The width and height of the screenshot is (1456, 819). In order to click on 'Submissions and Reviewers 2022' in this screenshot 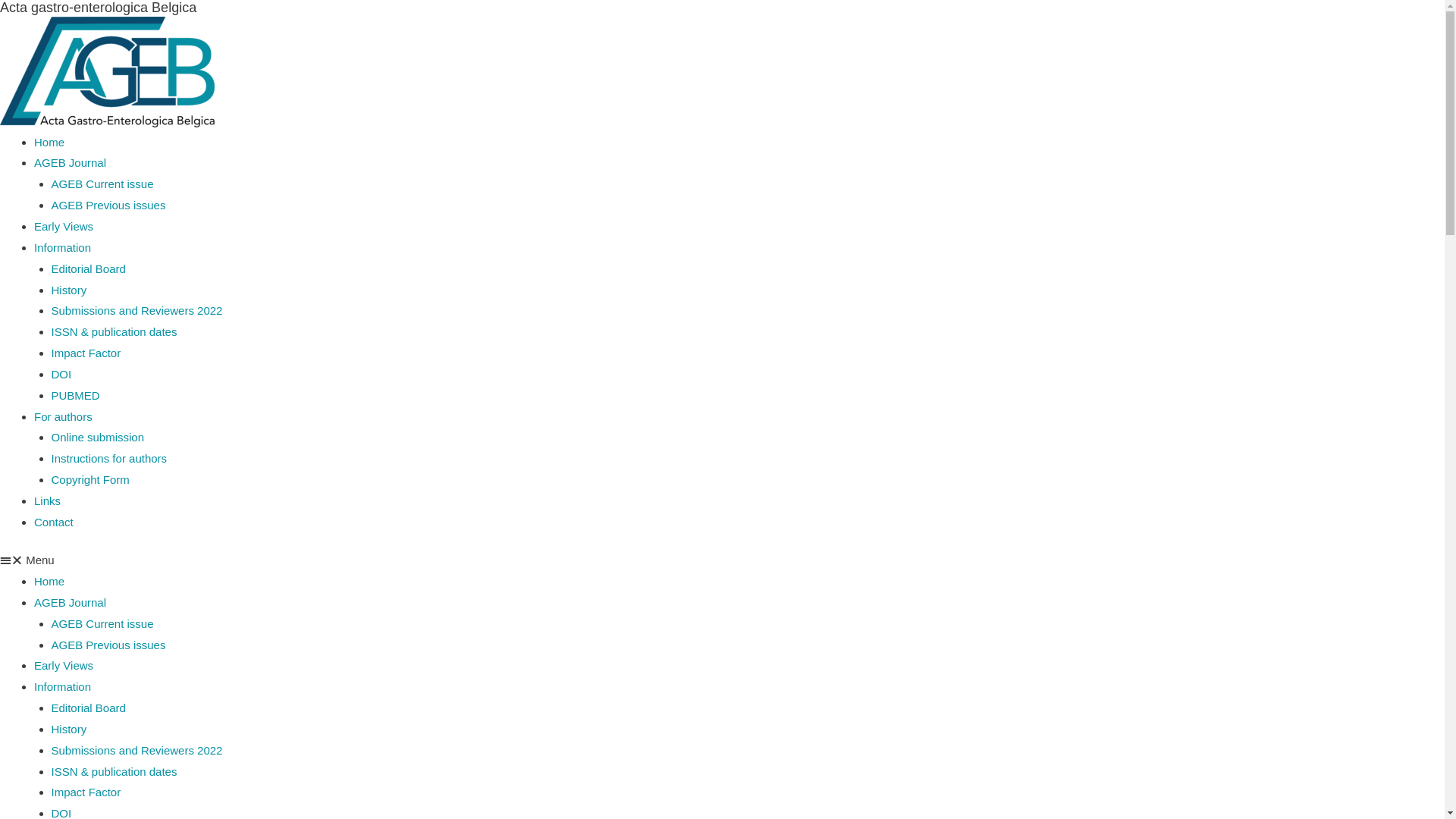, I will do `click(137, 749)`.